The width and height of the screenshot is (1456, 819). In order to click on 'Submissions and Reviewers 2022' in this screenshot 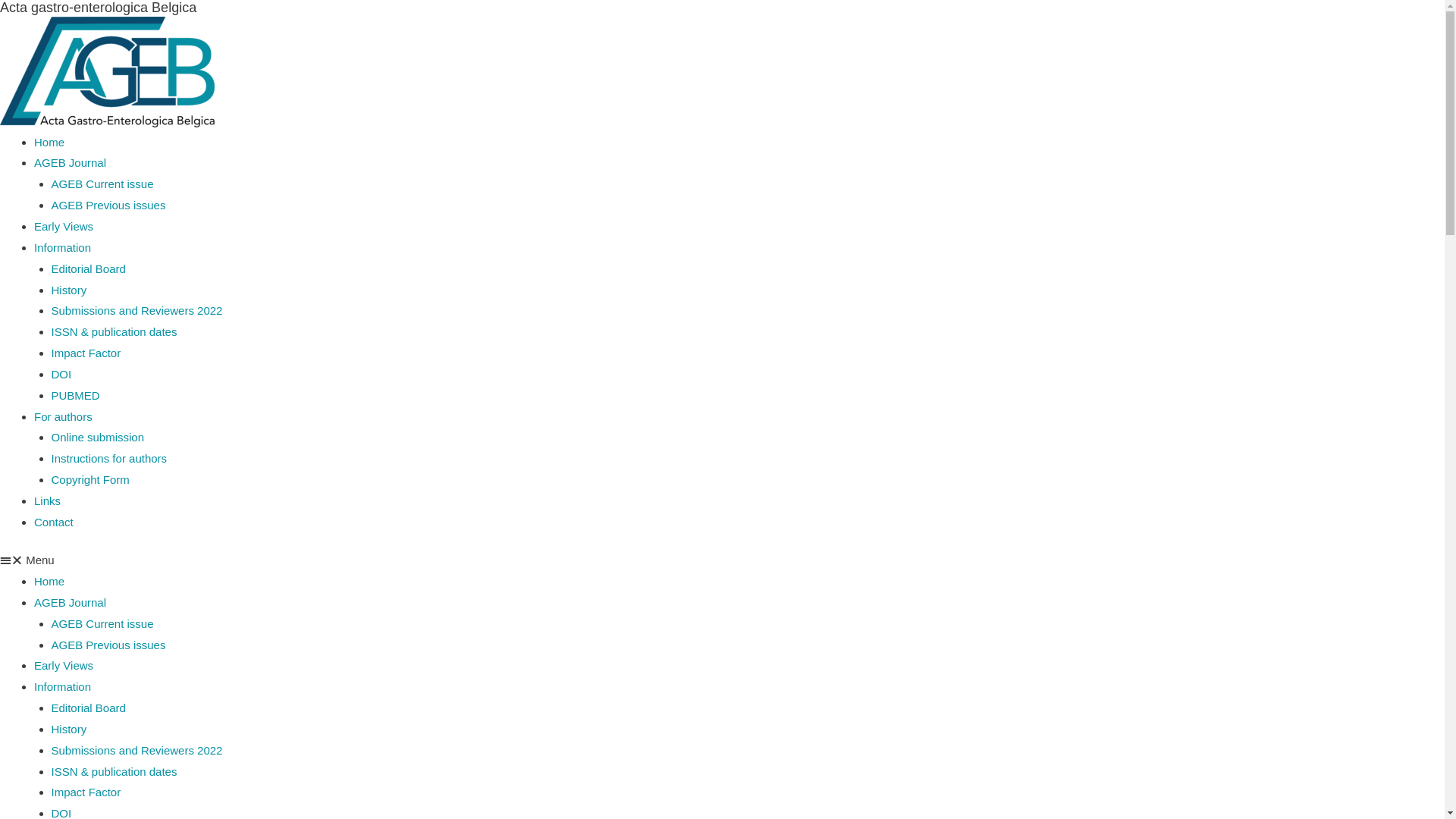, I will do `click(137, 749)`.